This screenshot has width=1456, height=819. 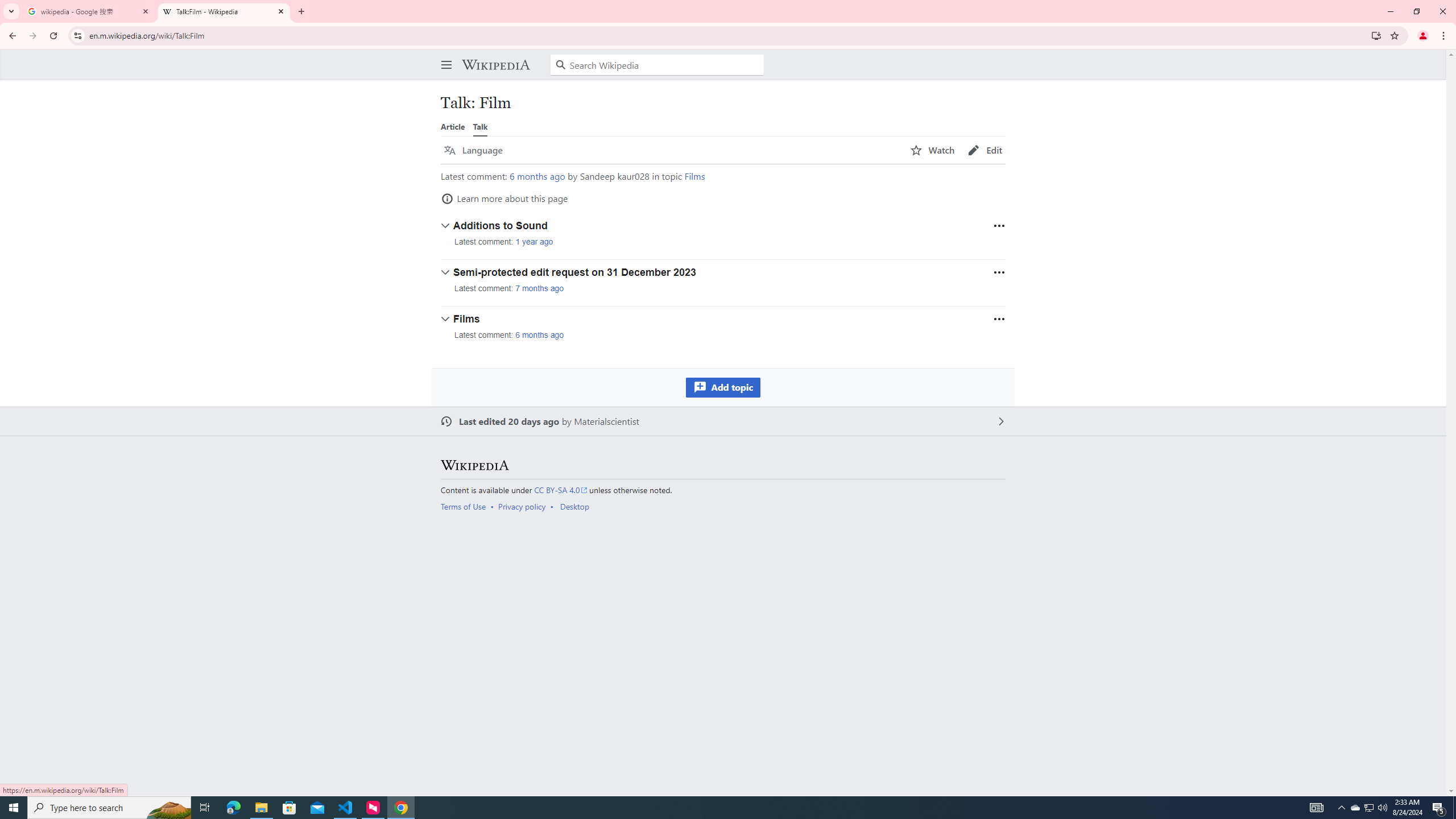 I want to click on 'Terms of Use', so click(x=463, y=505).